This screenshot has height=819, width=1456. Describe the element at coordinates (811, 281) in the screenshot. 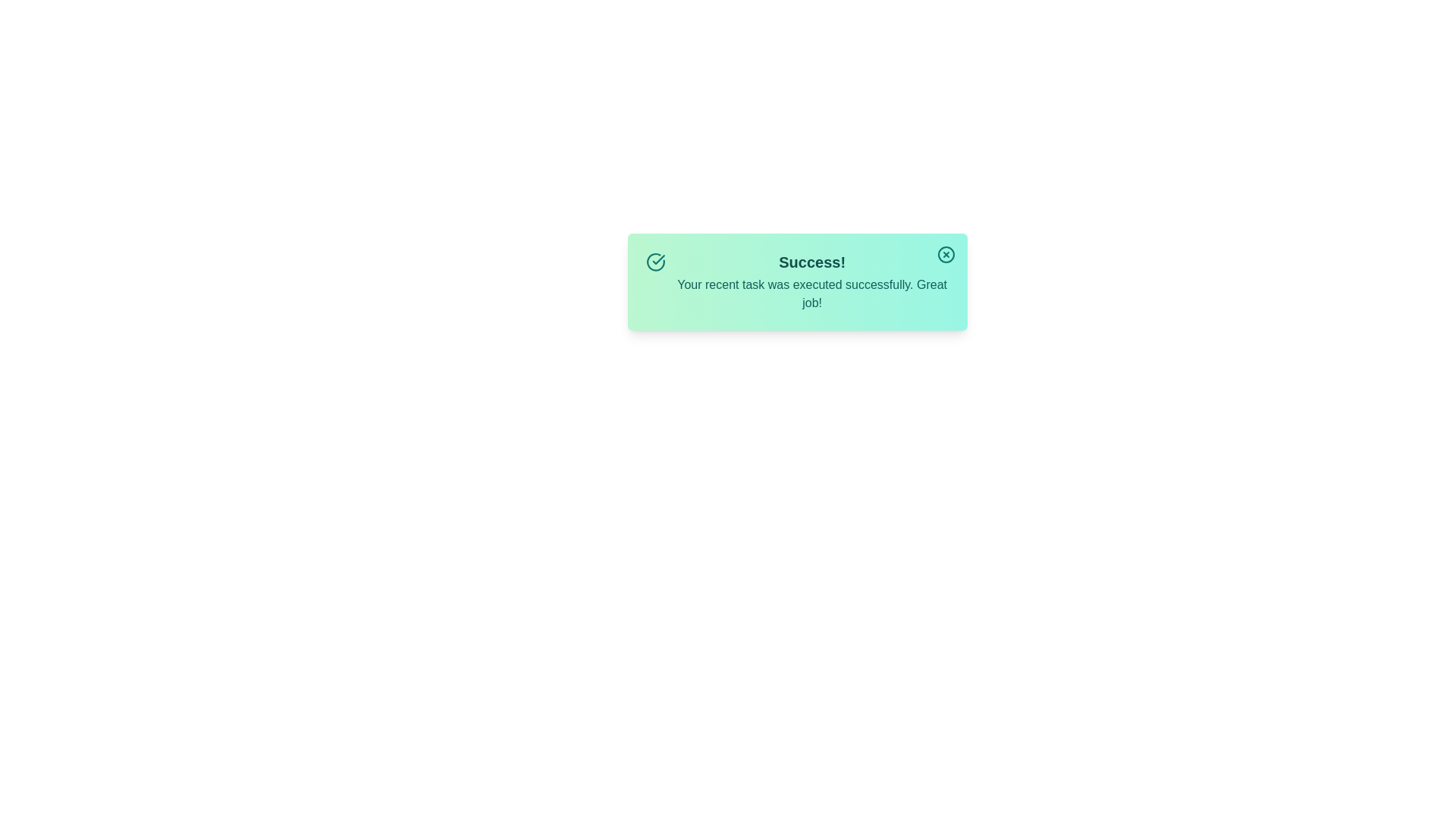

I see `the text to select it` at that location.